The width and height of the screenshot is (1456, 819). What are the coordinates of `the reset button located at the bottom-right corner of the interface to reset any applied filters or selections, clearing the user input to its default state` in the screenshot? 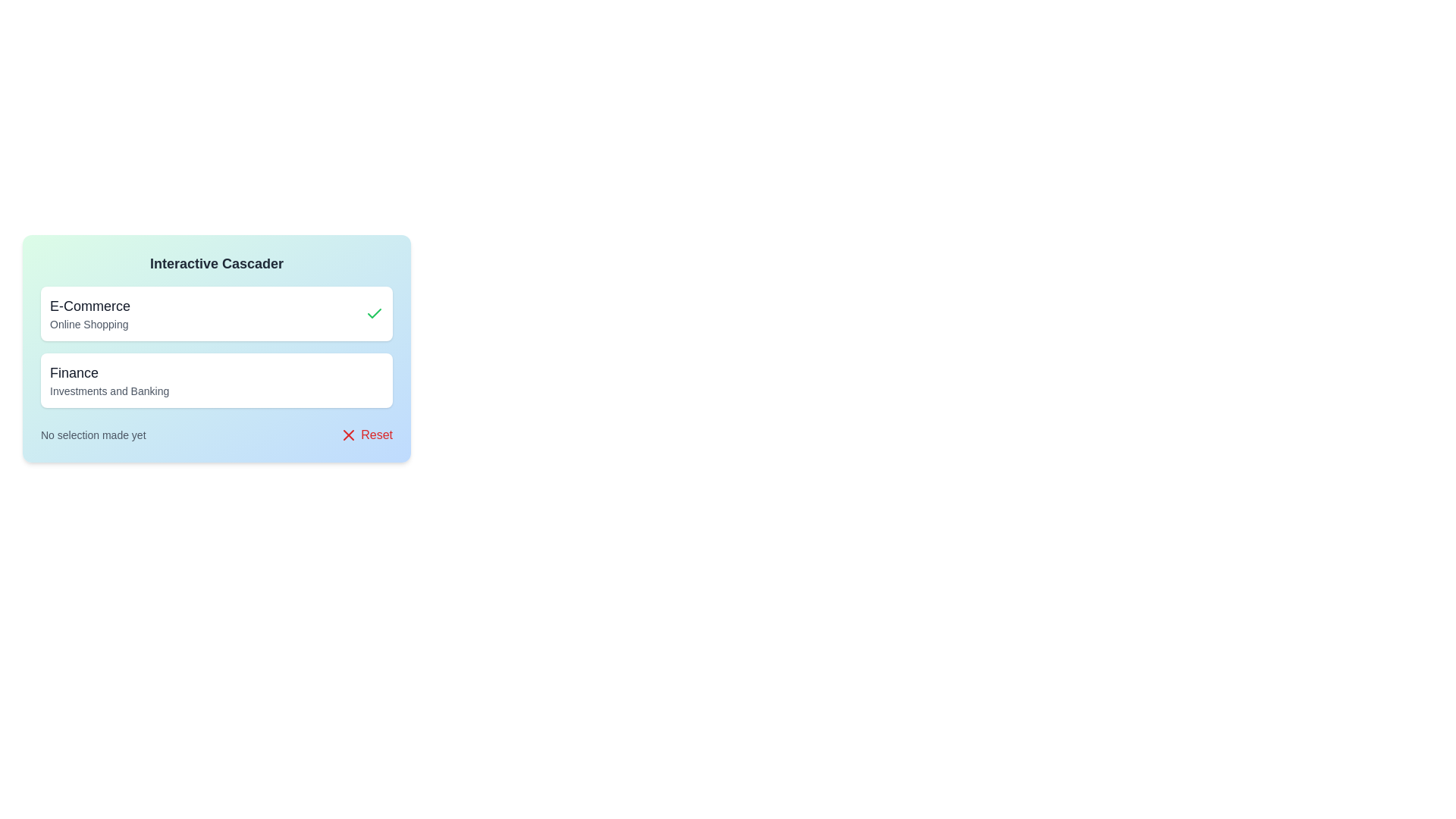 It's located at (366, 435).